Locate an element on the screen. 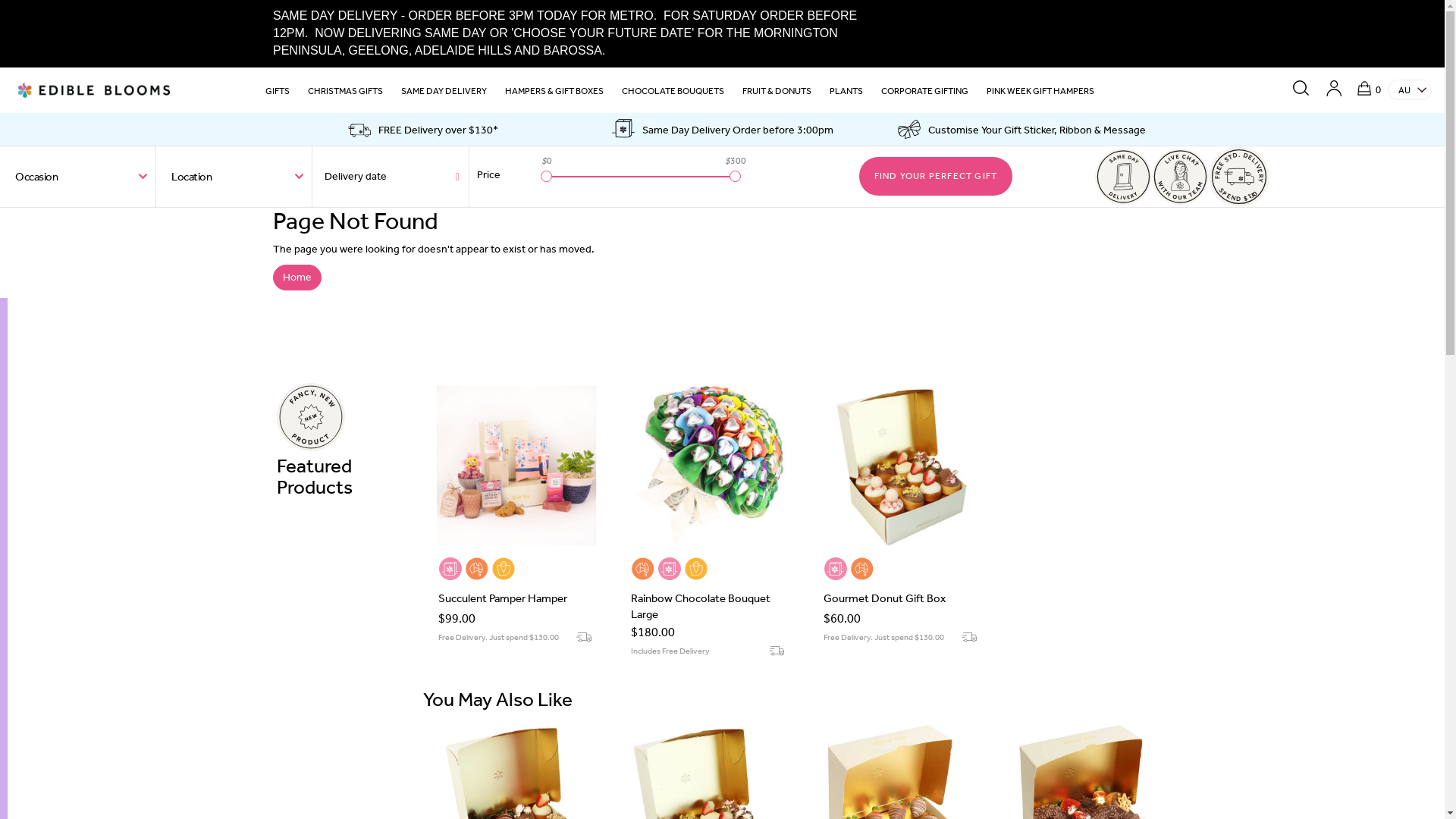  'Home' is located at coordinates (297, 278).